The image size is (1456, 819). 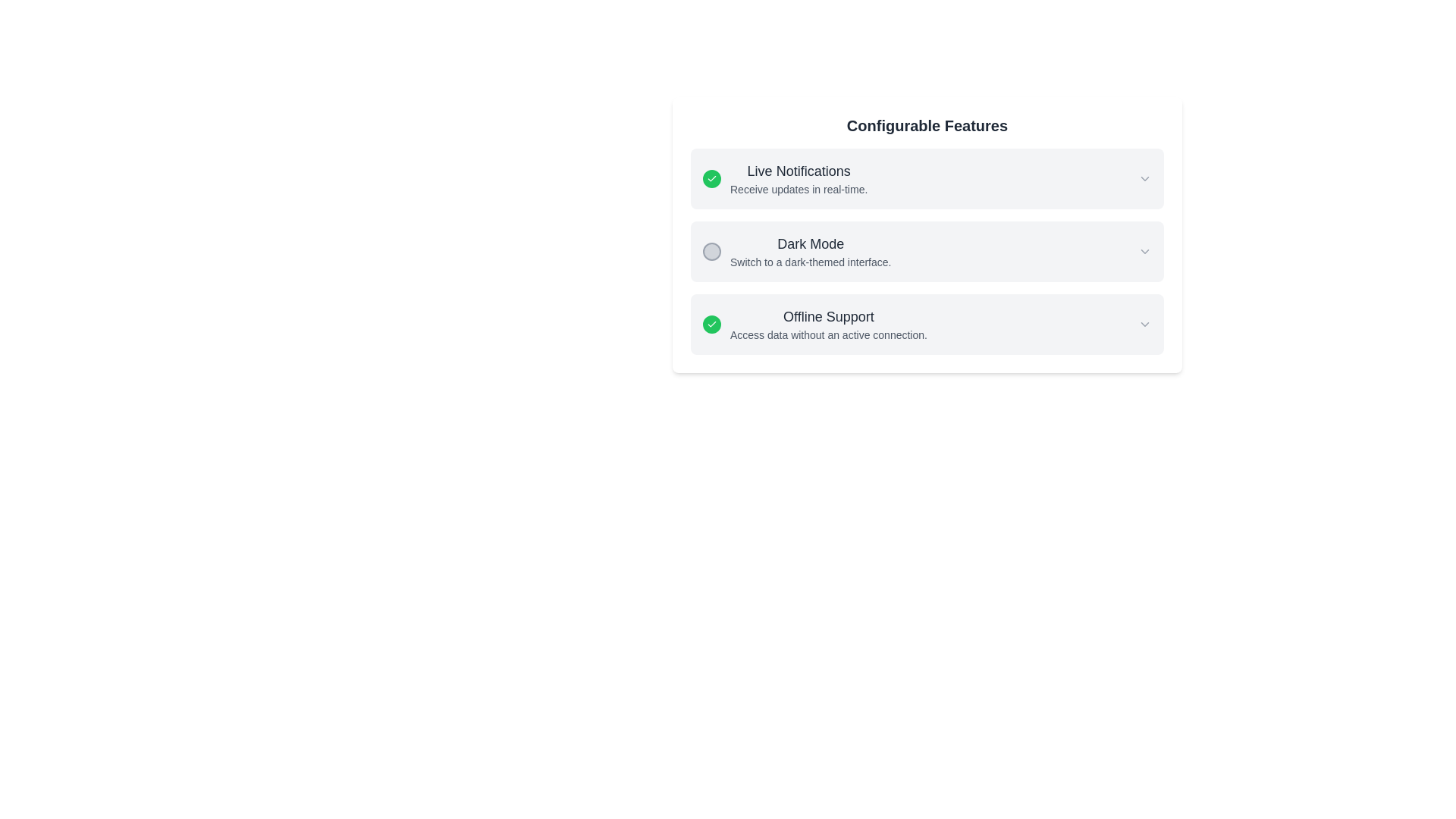 What do you see at coordinates (798, 177) in the screenshot?
I see `'Live Notifications' text label, which is positioned to the right of a circular green icon with a white checkmark, indicating an active state` at bounding box center [798, 177].